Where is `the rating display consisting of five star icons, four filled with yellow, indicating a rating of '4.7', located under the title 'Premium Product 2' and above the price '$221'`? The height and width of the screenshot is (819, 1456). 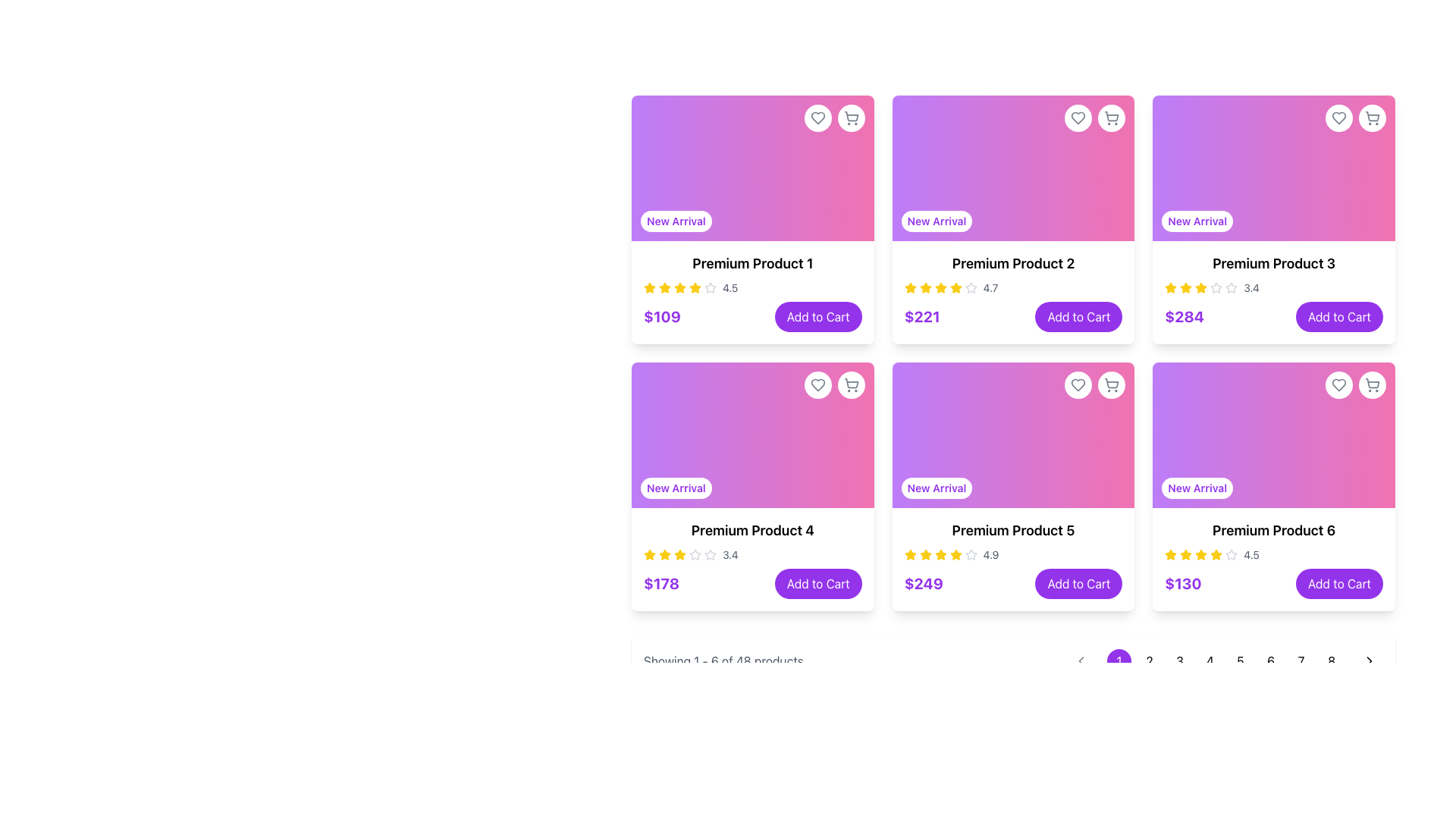 the rating display consisting of five star icons, four filled with yellow, indicating a rating of '4.7', located under the title 'Premium Product 2' and above the price '$221' is located at coordinates (1013, 288).